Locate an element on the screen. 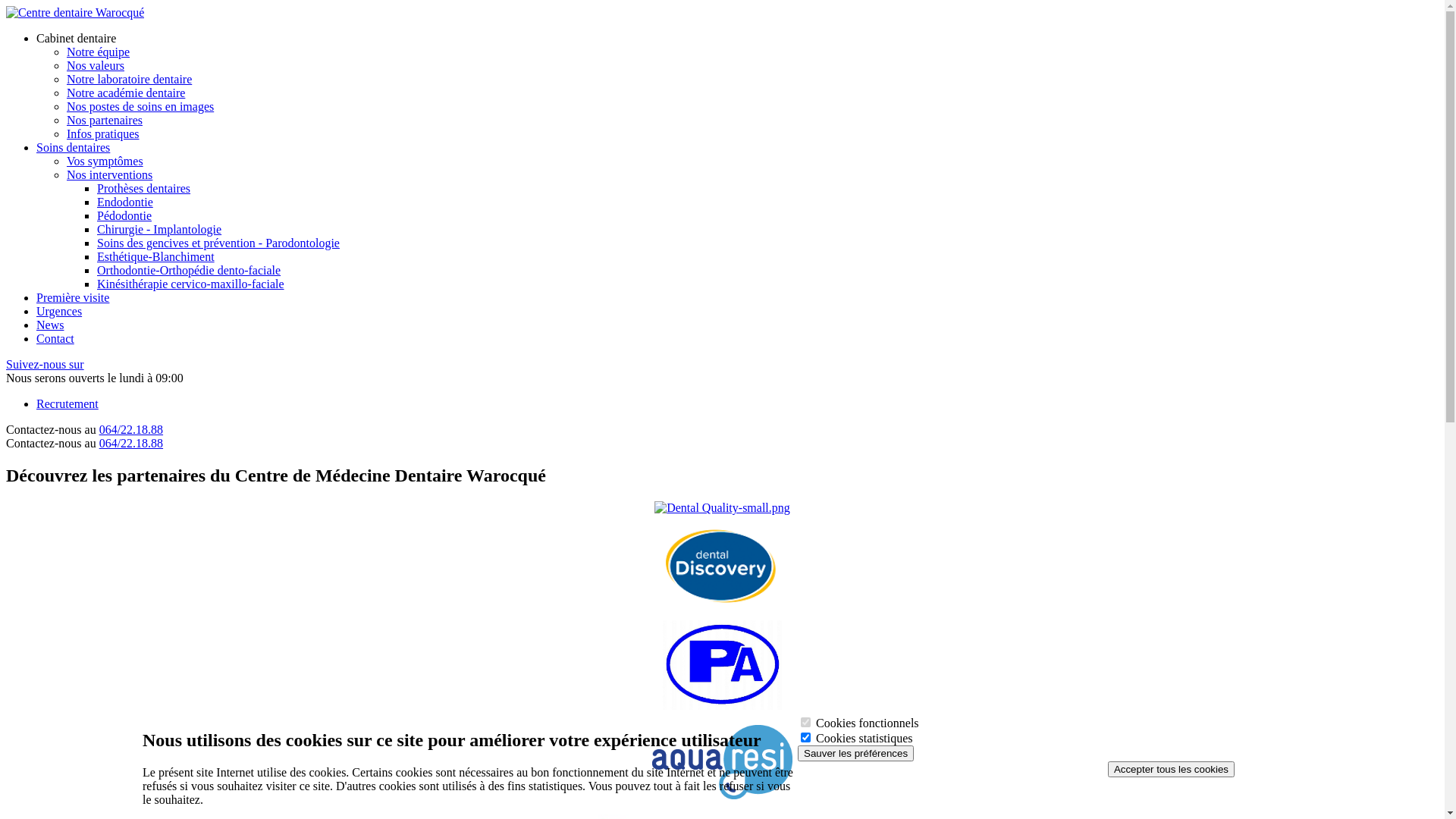 The width and height of the screenshot is (1456, 819). '064/22.18.88' is located at coordinates (98, 443).